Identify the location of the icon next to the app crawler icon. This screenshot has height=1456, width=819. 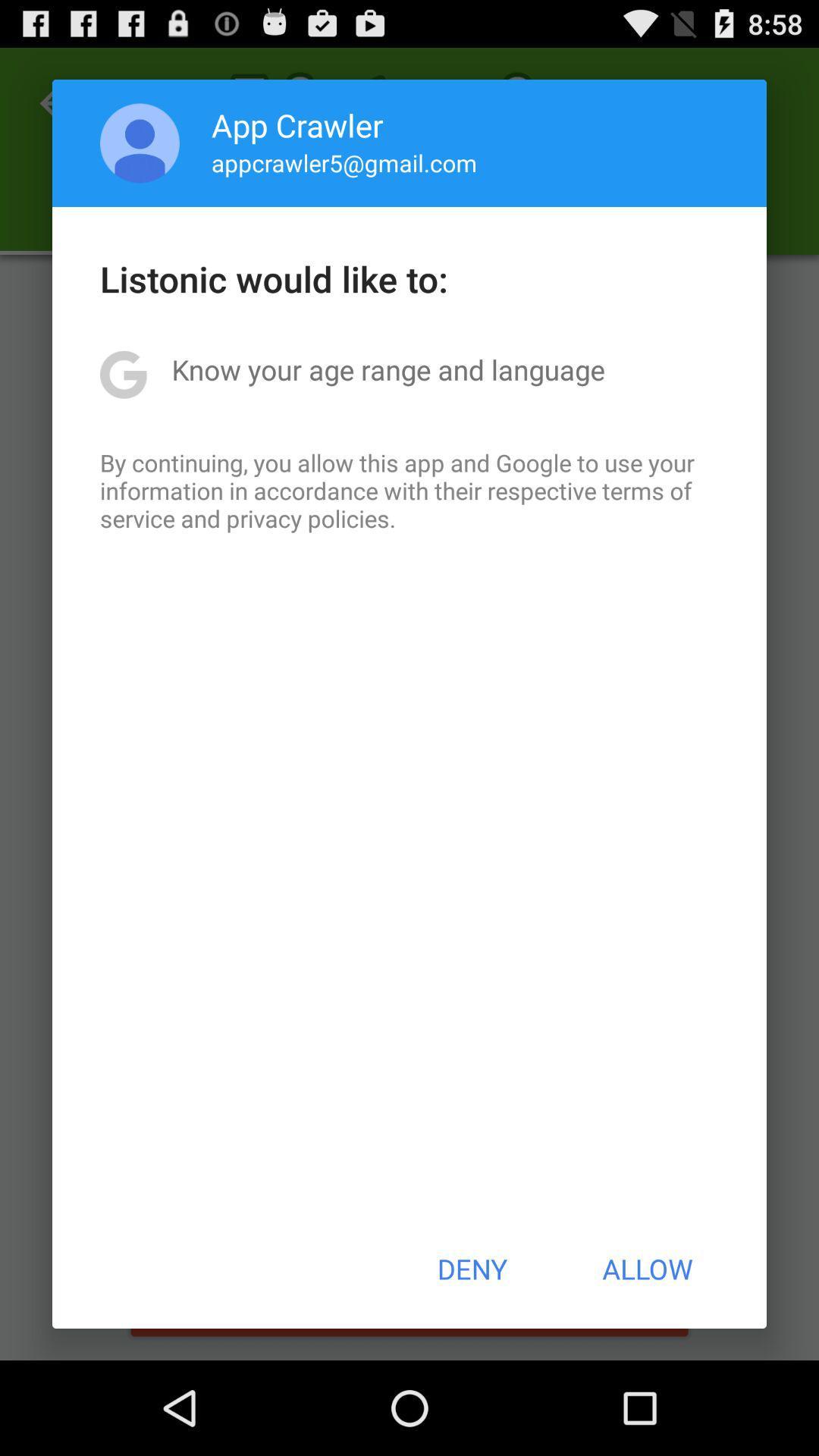
(140, 143).